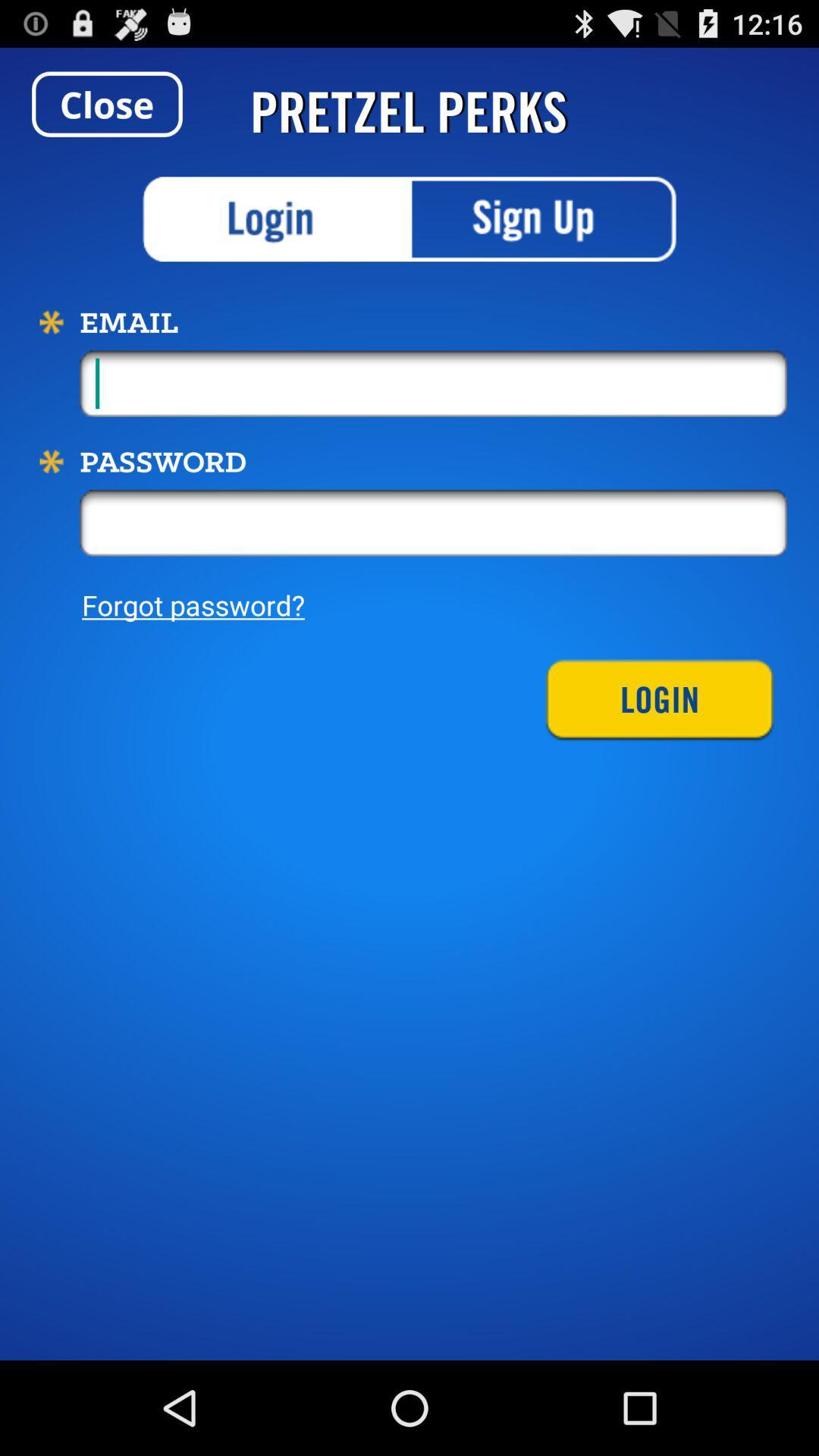 The width and height of the screenshot is (819, 1456). I want to click on email, so click(433, 383).